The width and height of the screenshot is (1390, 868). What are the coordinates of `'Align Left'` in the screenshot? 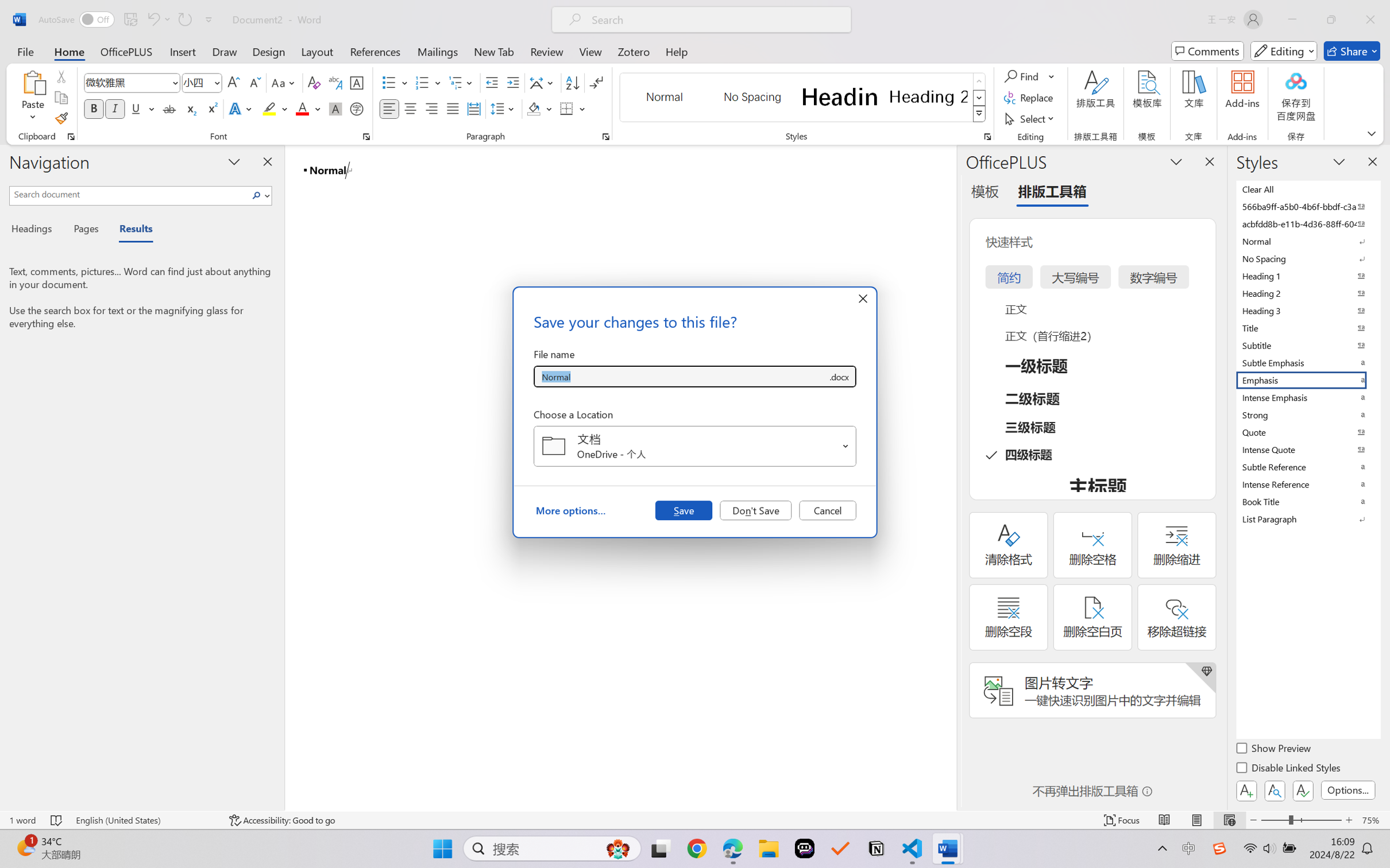 It's located at (389, 108).